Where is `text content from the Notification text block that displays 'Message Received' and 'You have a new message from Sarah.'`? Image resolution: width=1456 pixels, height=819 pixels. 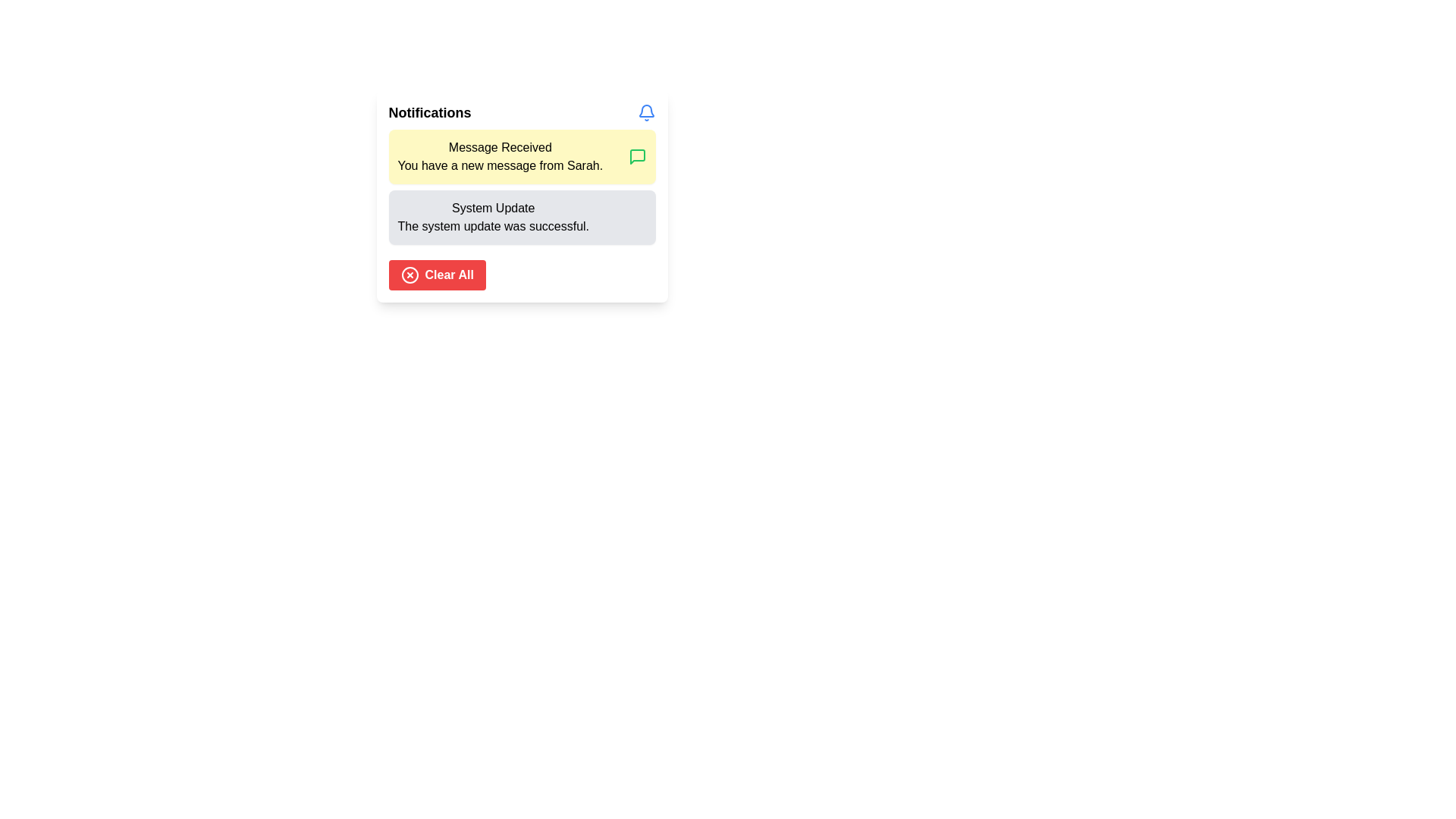
text content from the Notification text block that displays 'Message Received' and 'You have a new message from Sarah.' is located at coordinates (500, 157).